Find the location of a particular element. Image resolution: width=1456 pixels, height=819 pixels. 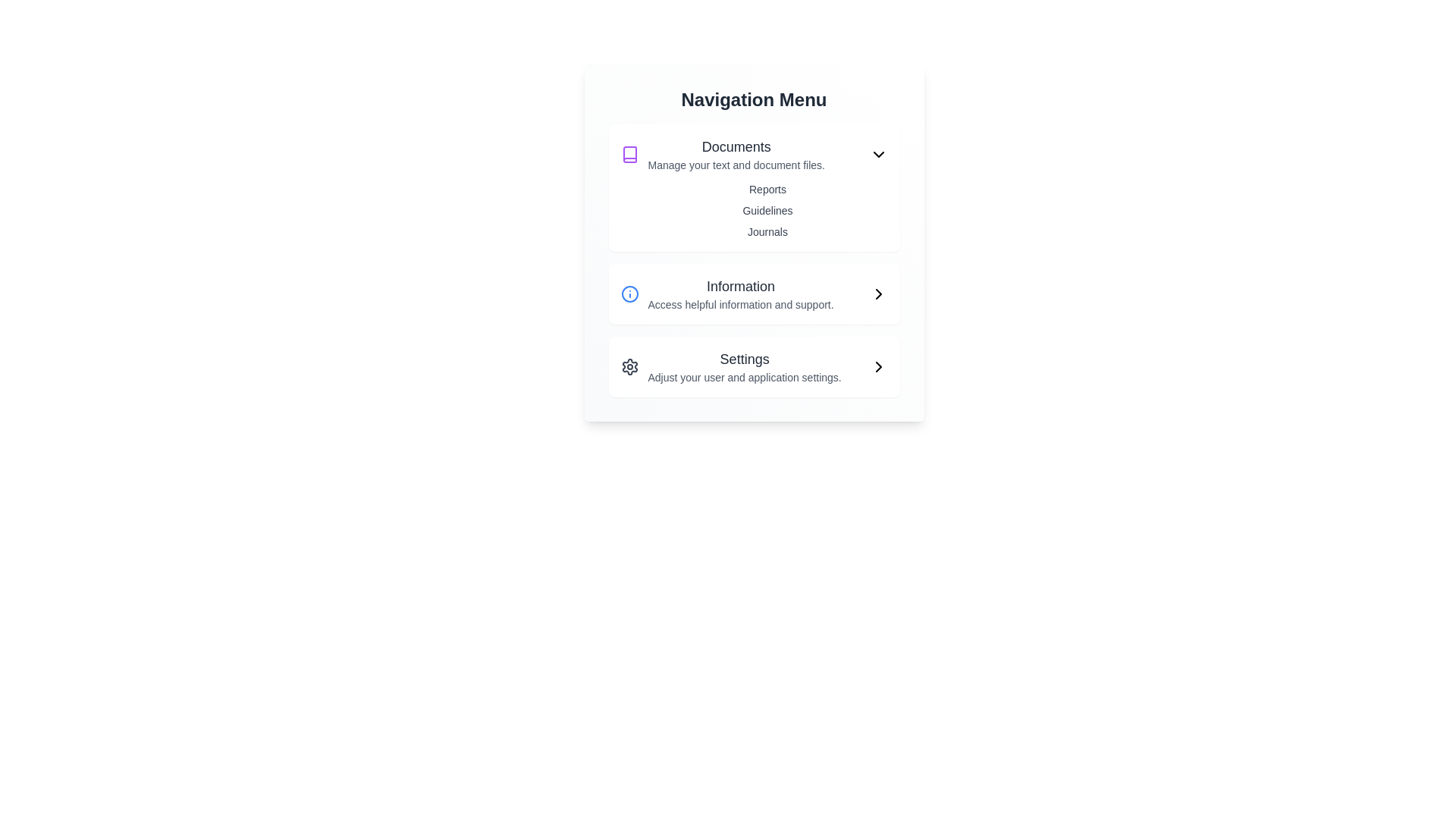

the decorative chevron icon located to the far right of the 'Documents' section title is located at coordinates (878, 155).